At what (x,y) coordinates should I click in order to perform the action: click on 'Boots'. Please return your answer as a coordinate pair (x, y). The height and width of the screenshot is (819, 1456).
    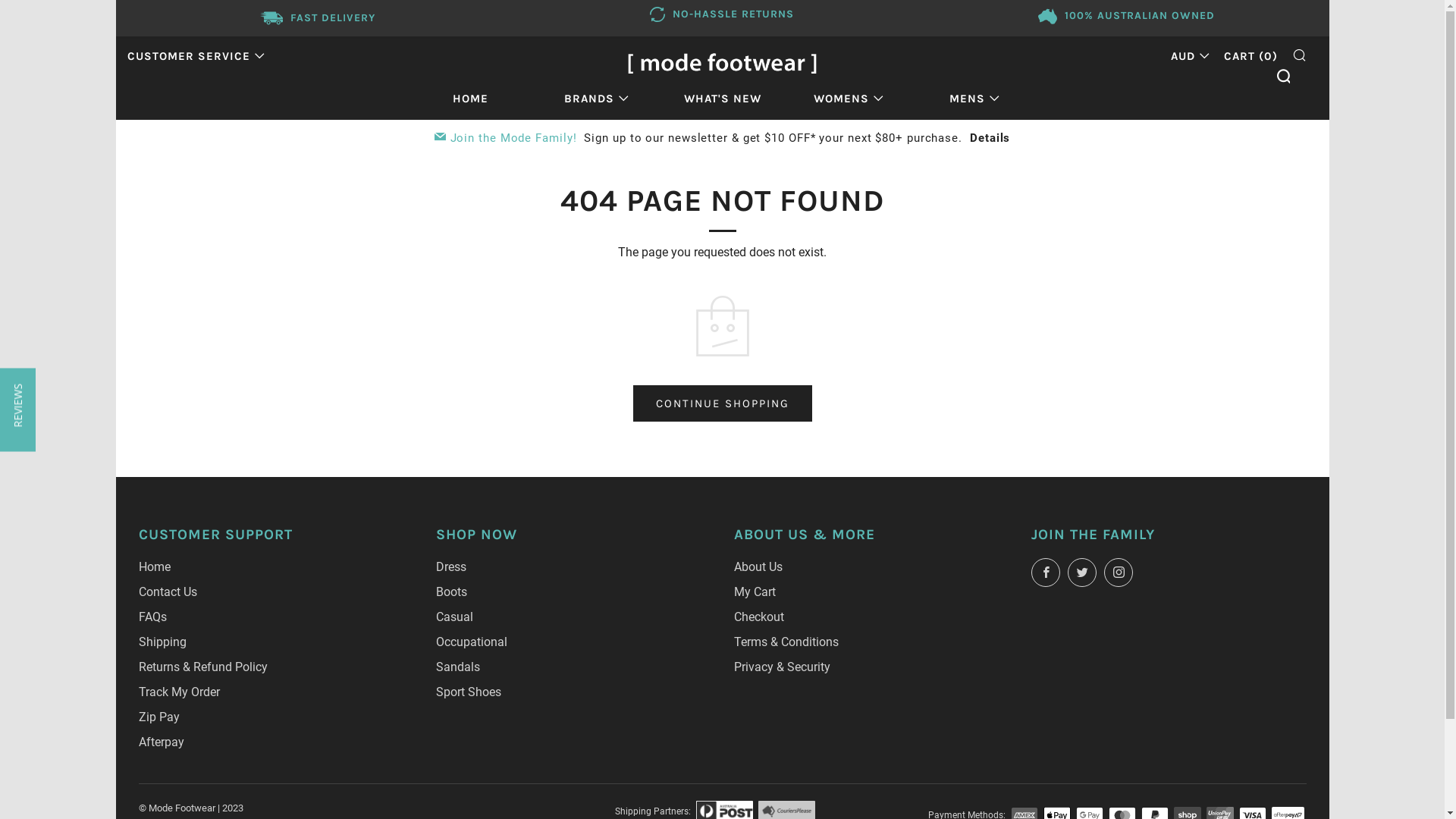
    Looking at the image, I should click on (450, 591).